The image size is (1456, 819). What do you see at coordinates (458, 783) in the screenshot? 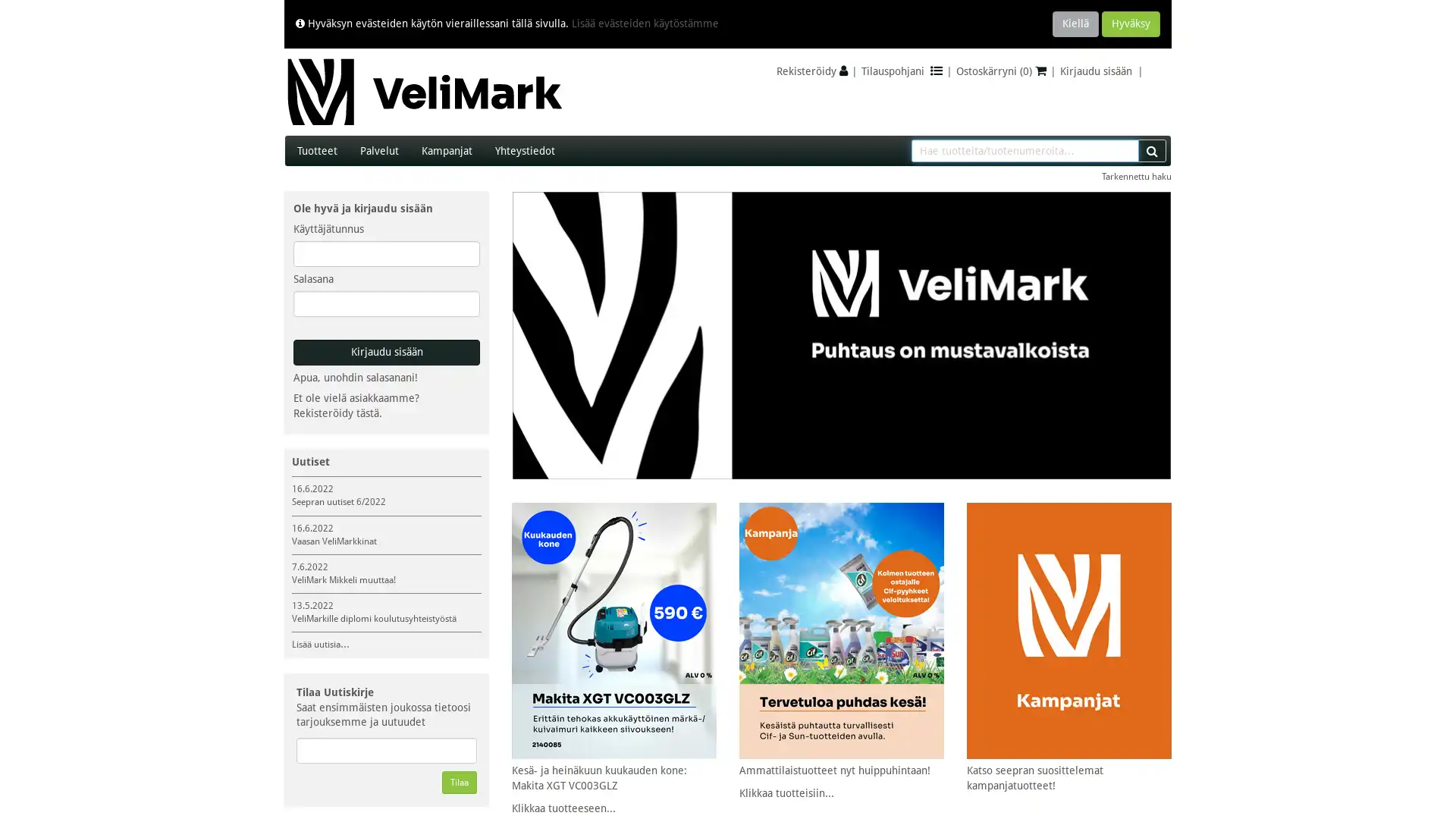
I see `Tilaa` at bounding box center [458, 783].